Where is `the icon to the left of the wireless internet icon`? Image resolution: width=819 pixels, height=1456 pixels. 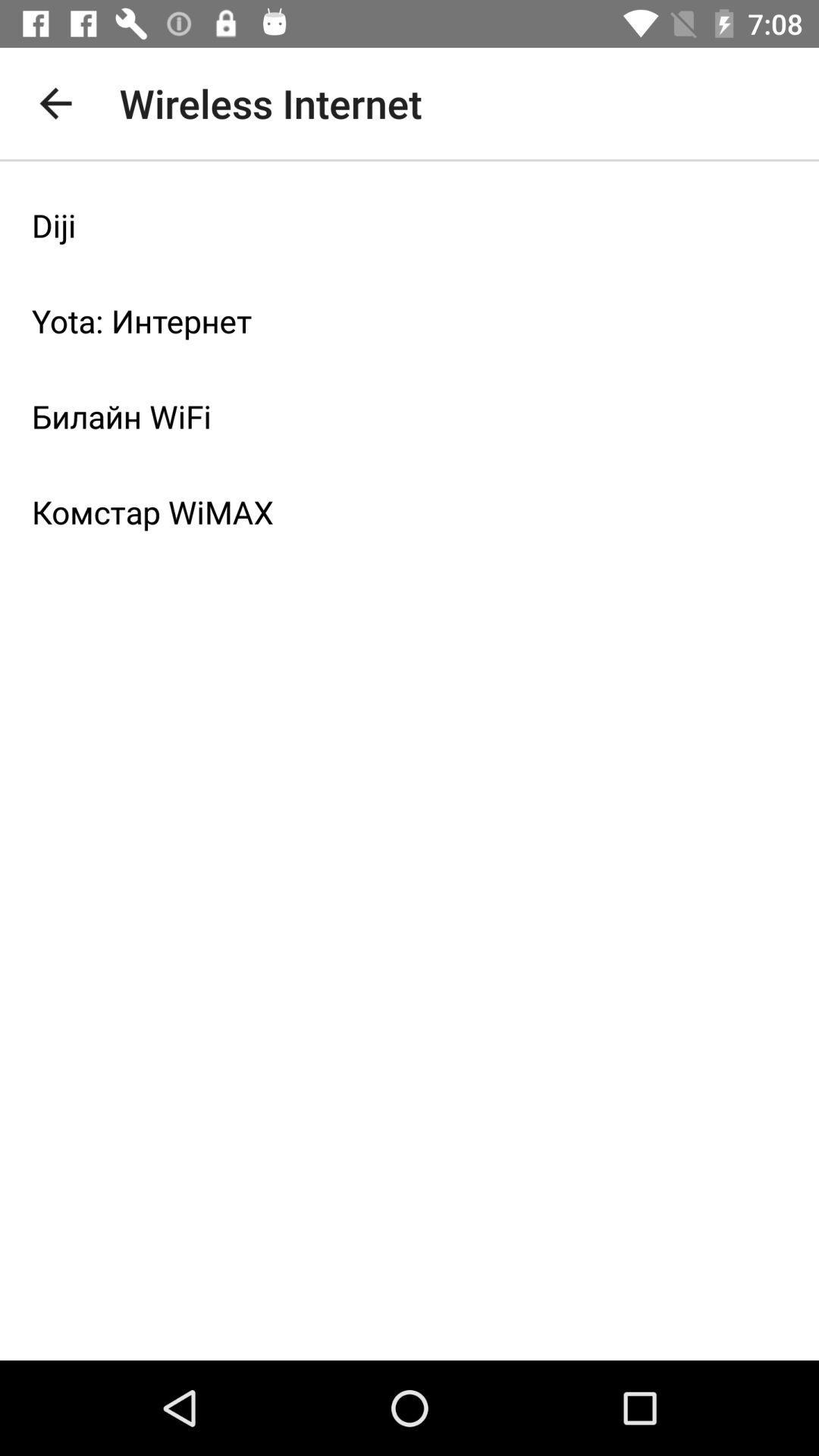
the icon to the left of the wireless internet icon is located at coordinates (55, 102).